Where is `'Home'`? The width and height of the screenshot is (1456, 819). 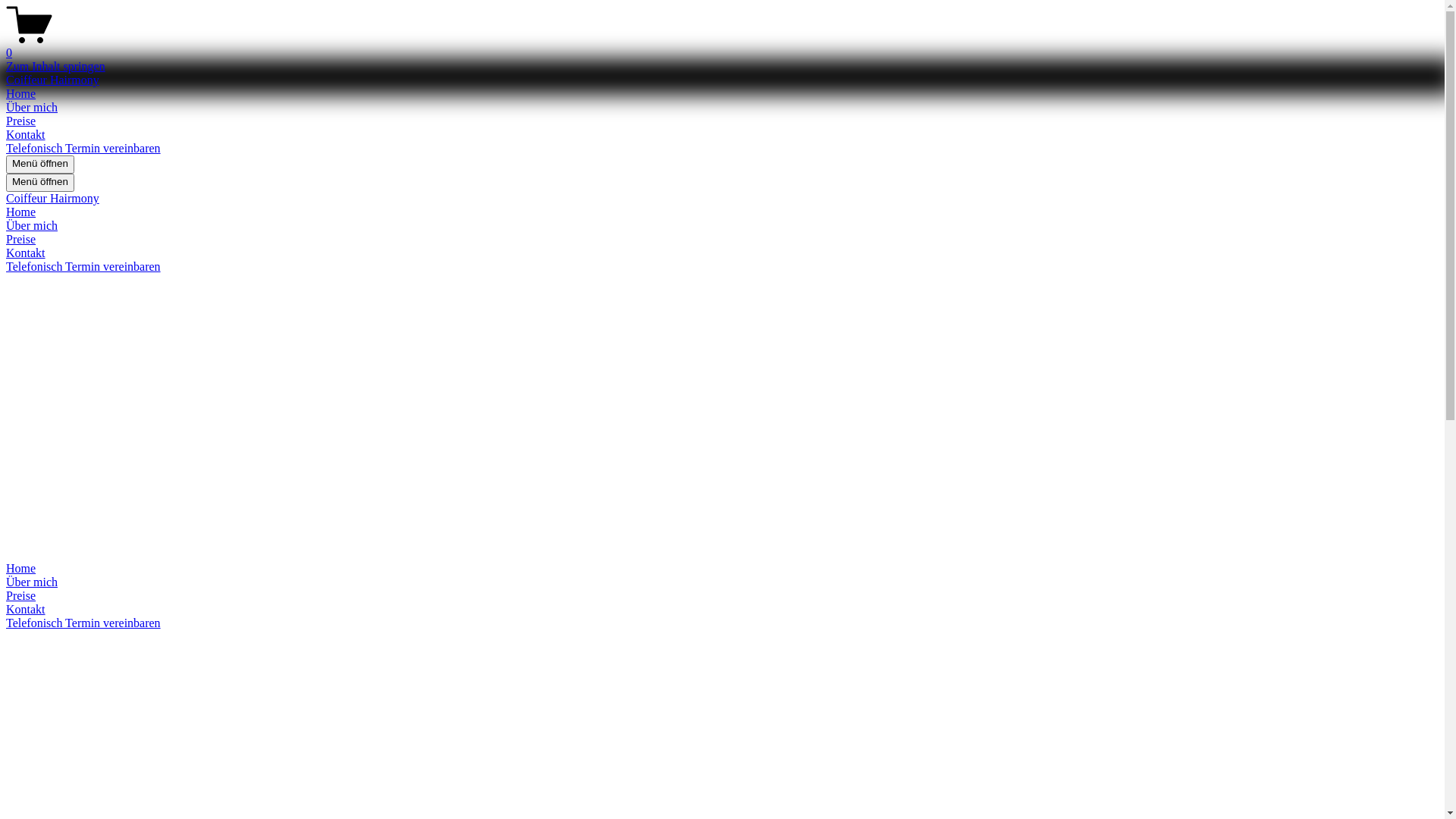 'Home' is located at coordinates (721, 568).